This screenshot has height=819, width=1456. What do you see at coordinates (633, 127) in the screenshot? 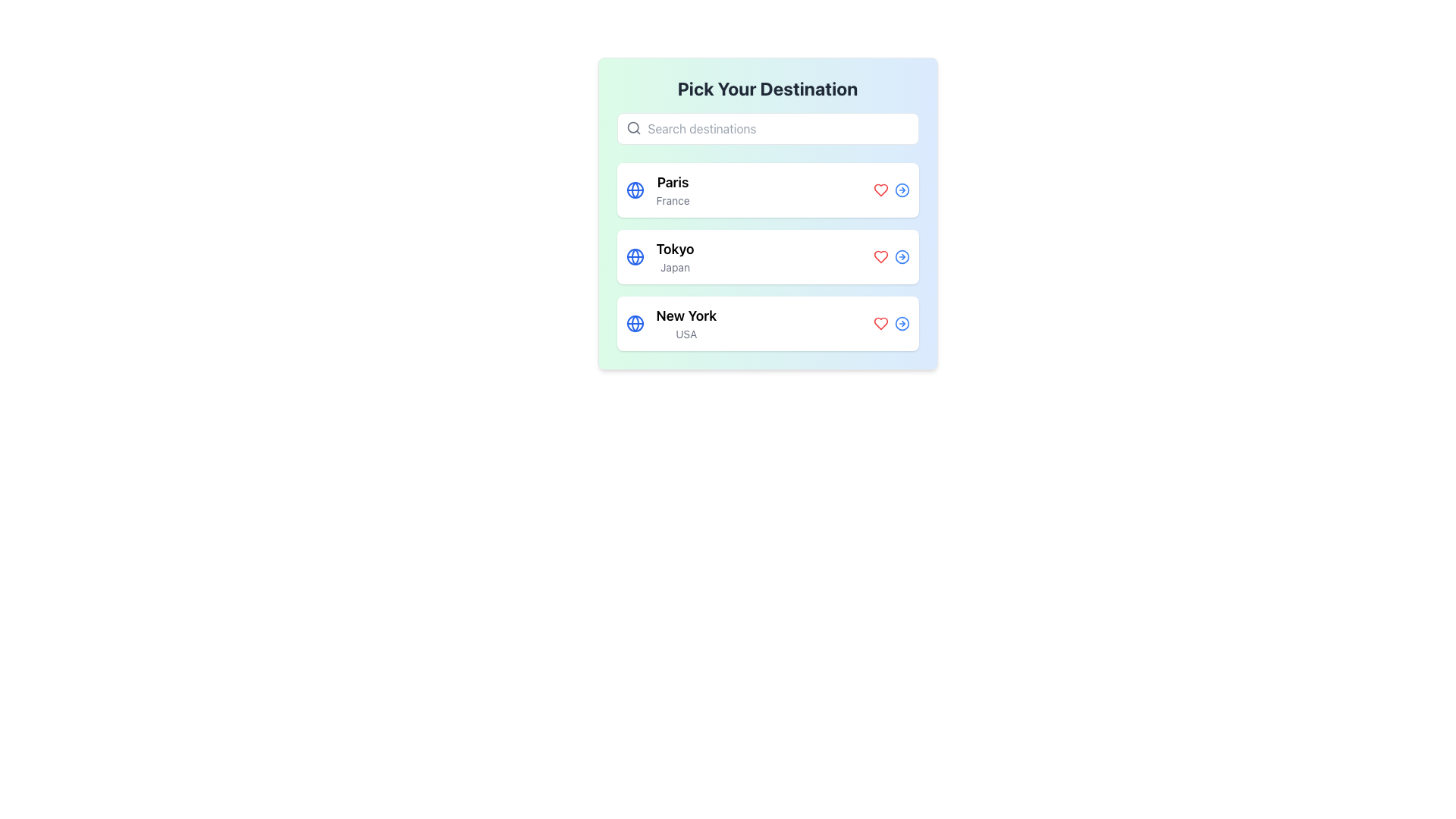
I see `the magnifying glass icon located inside the search bar to the far left, triggering the search function` at bounding box center [633, 127].